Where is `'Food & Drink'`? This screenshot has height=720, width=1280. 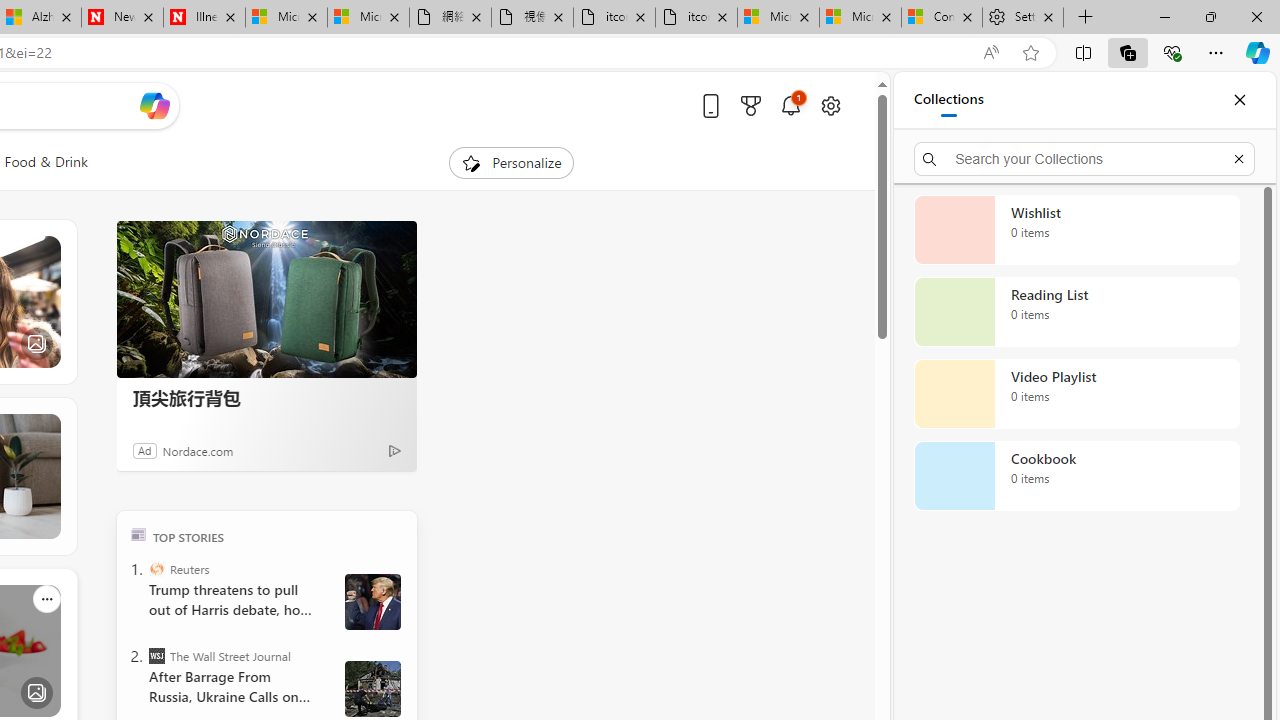 'Food & Drink' is located at coordinates (46, 162).